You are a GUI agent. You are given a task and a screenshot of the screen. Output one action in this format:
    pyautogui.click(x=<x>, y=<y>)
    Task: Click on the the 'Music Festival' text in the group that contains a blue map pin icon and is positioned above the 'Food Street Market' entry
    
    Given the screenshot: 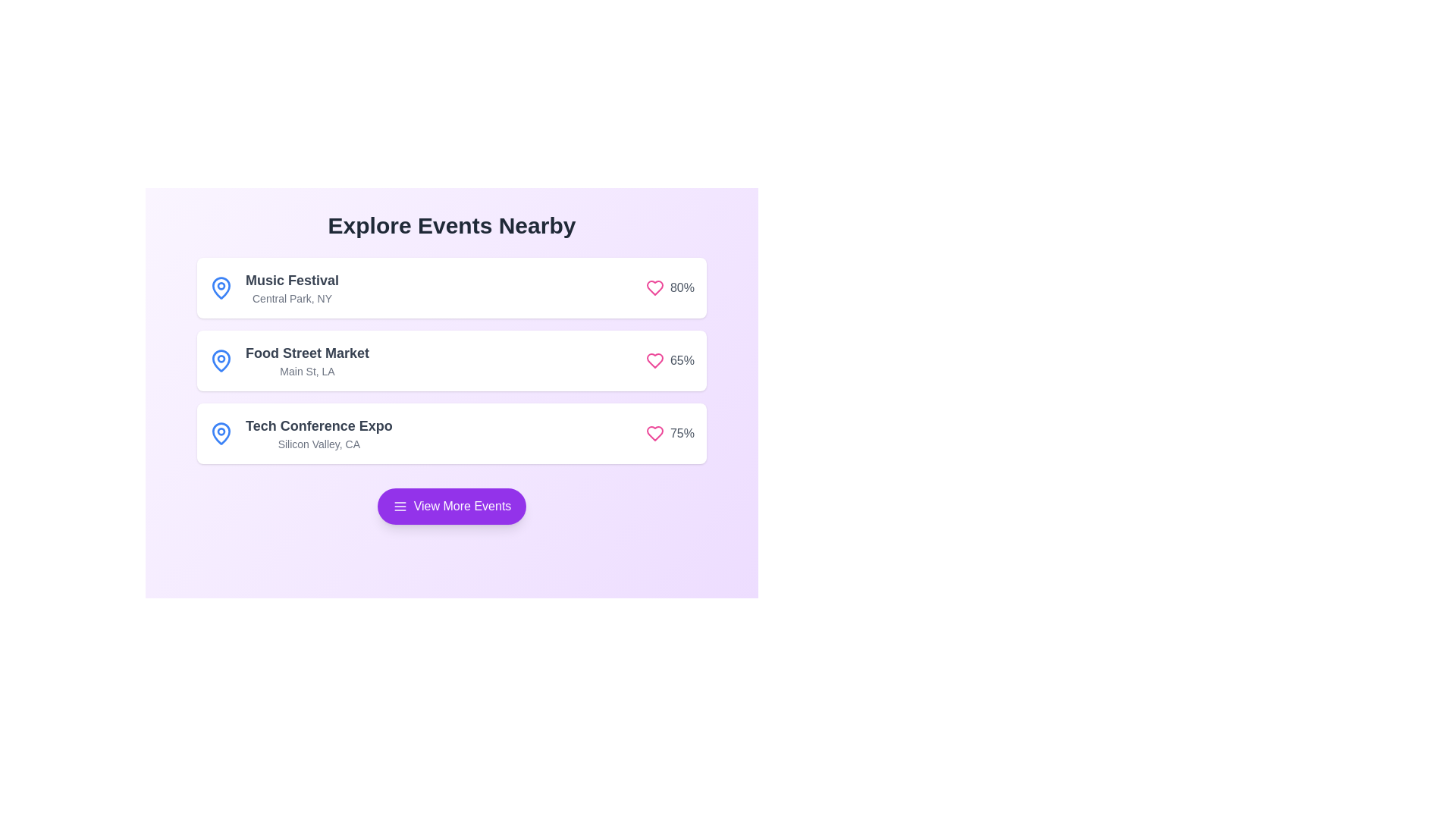 What is the action you would take?
    pyautogui.click(x=274, y=288)
    